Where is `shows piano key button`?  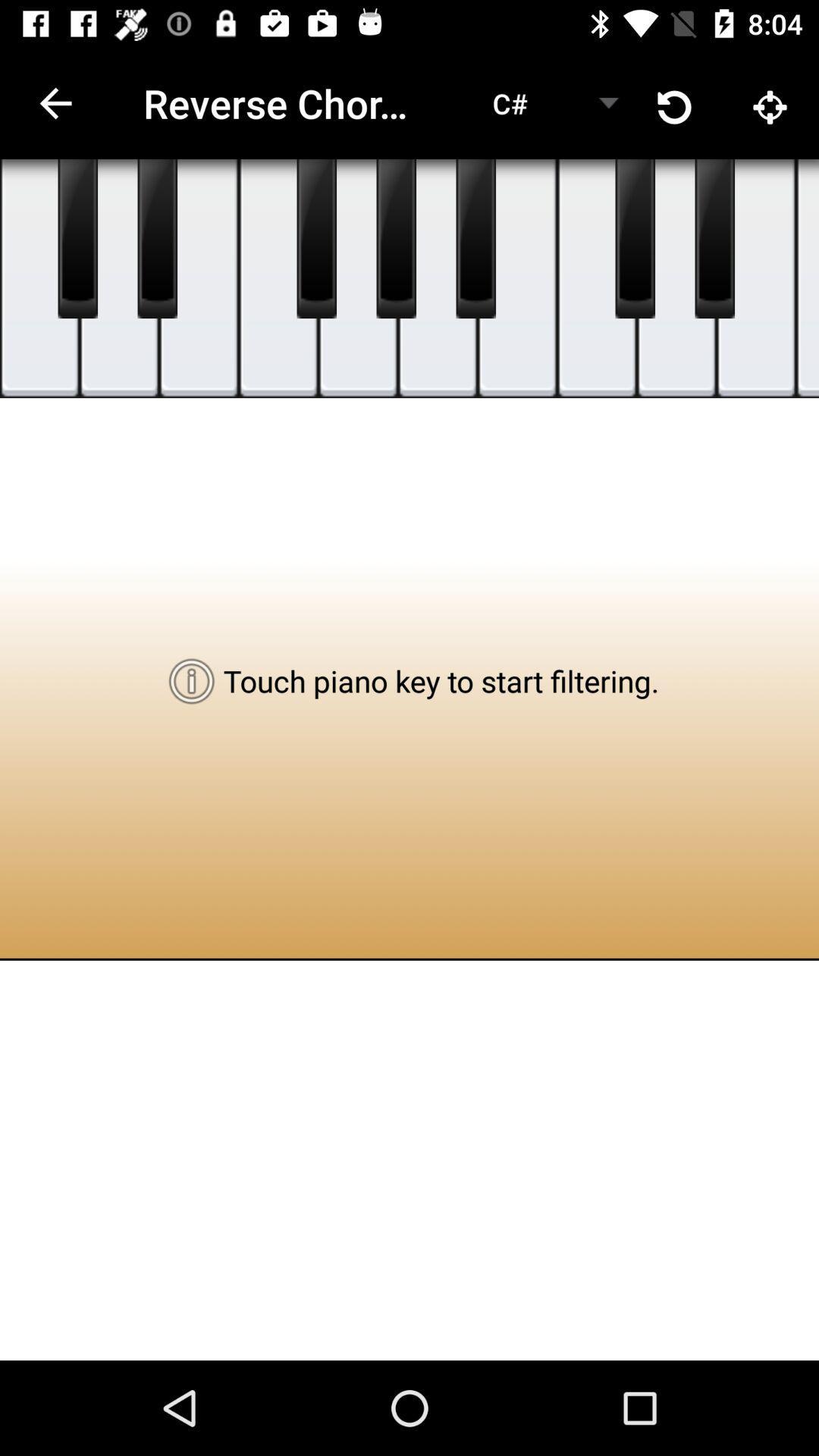
shows piano key button is located at coordinates (315, 238).